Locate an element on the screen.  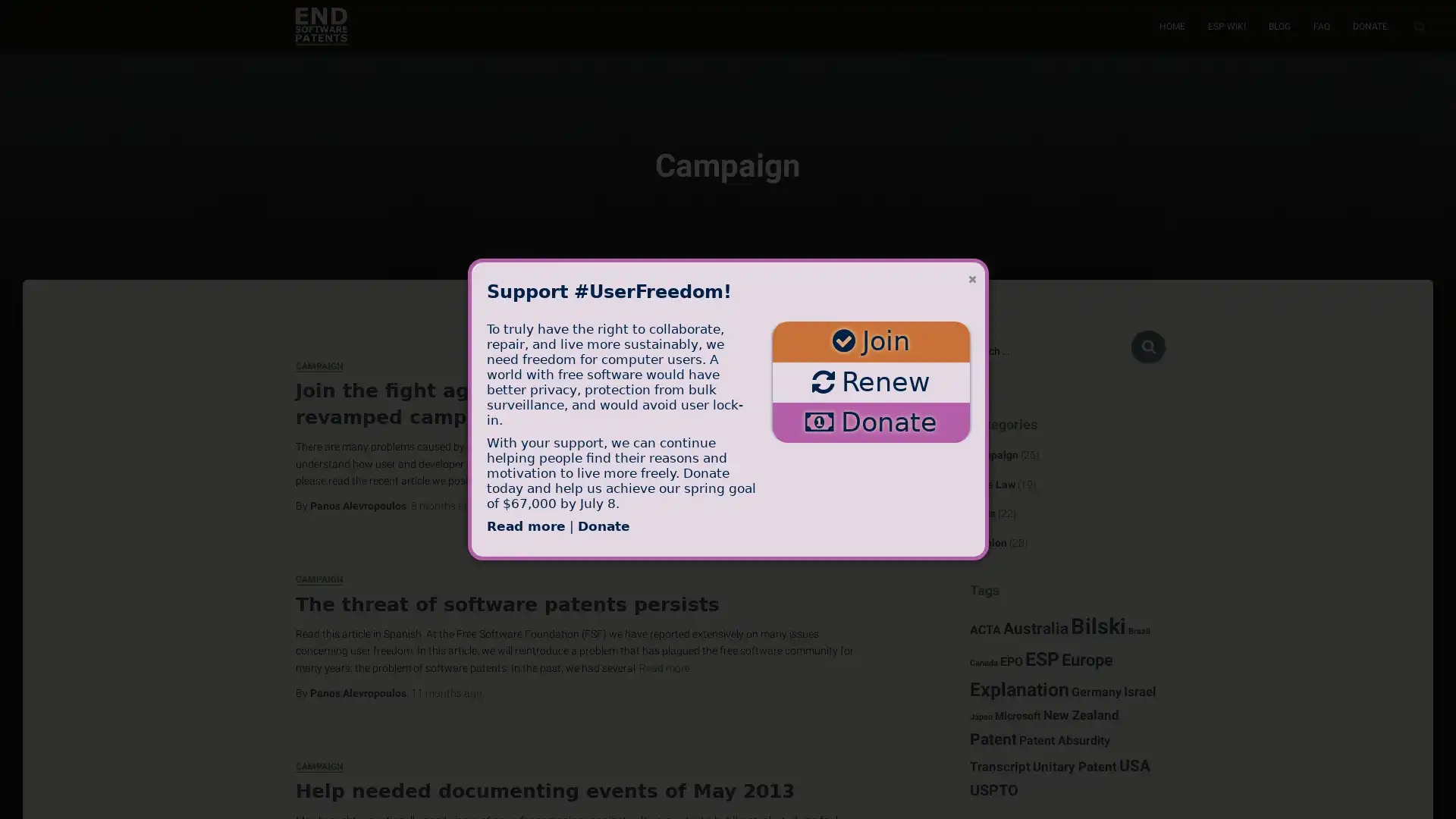
Search is located at coordinates (1148, 346).